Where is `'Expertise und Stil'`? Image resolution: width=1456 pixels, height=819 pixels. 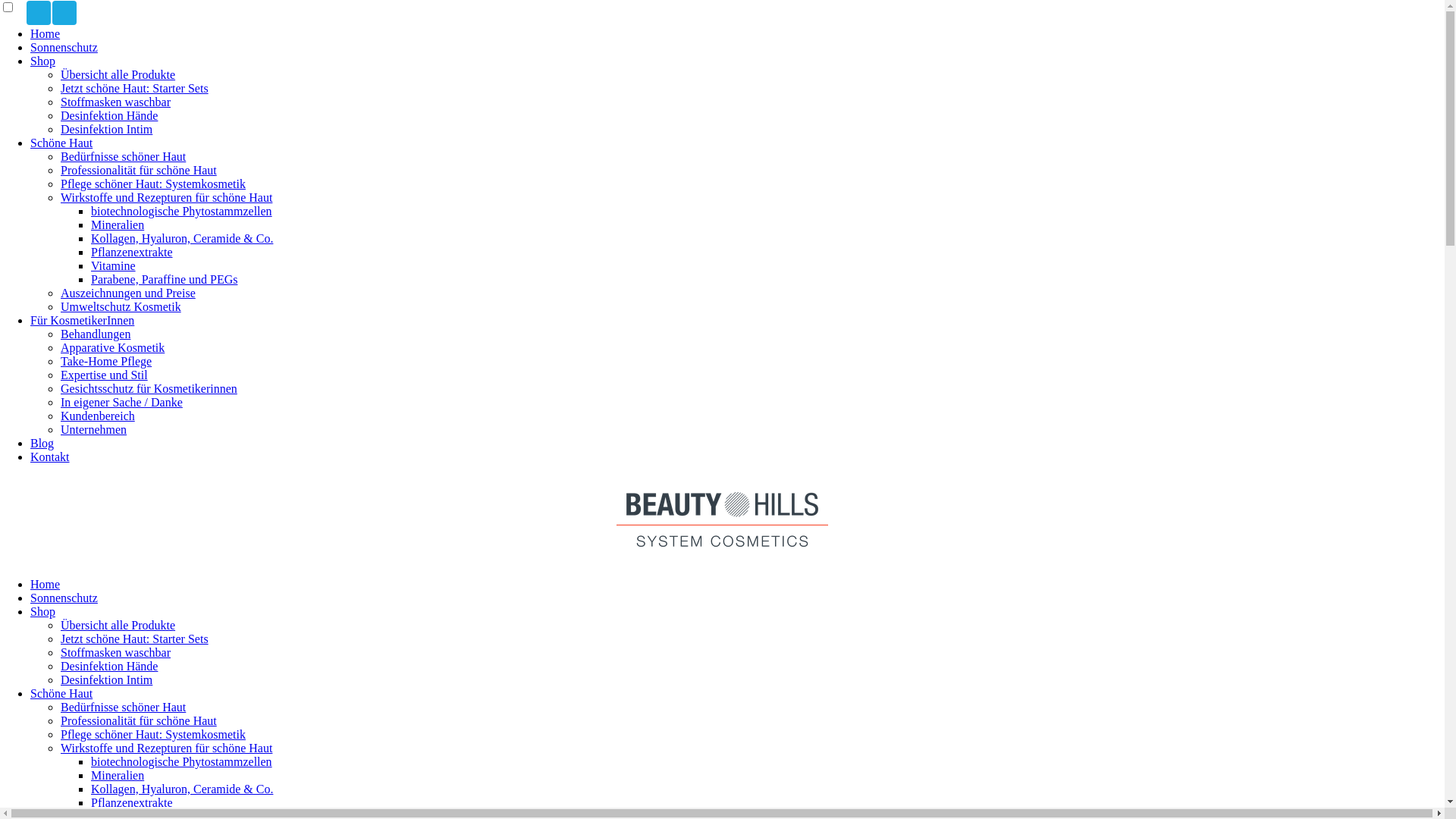
'Expertise und Stil' is located at coordinates (103, 375).